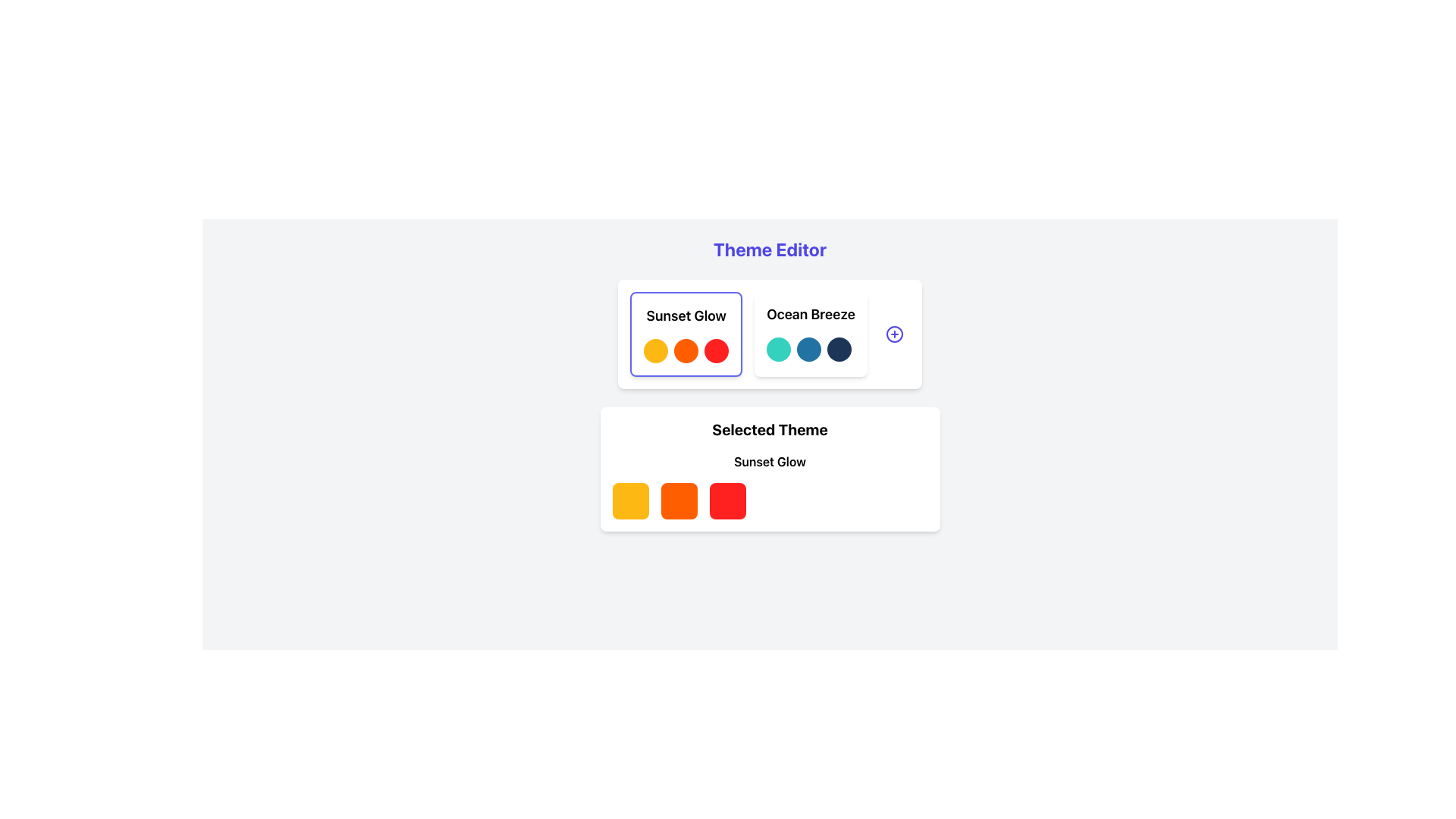 The image size is (1456, 819). What do you see at coordinates (894, 333) in the screenshot?
I see `the circular button with a blue border located at the far right edge of the theme selection layout, following the 'Ocean Breeze' section` at bounding box center [894, 333].